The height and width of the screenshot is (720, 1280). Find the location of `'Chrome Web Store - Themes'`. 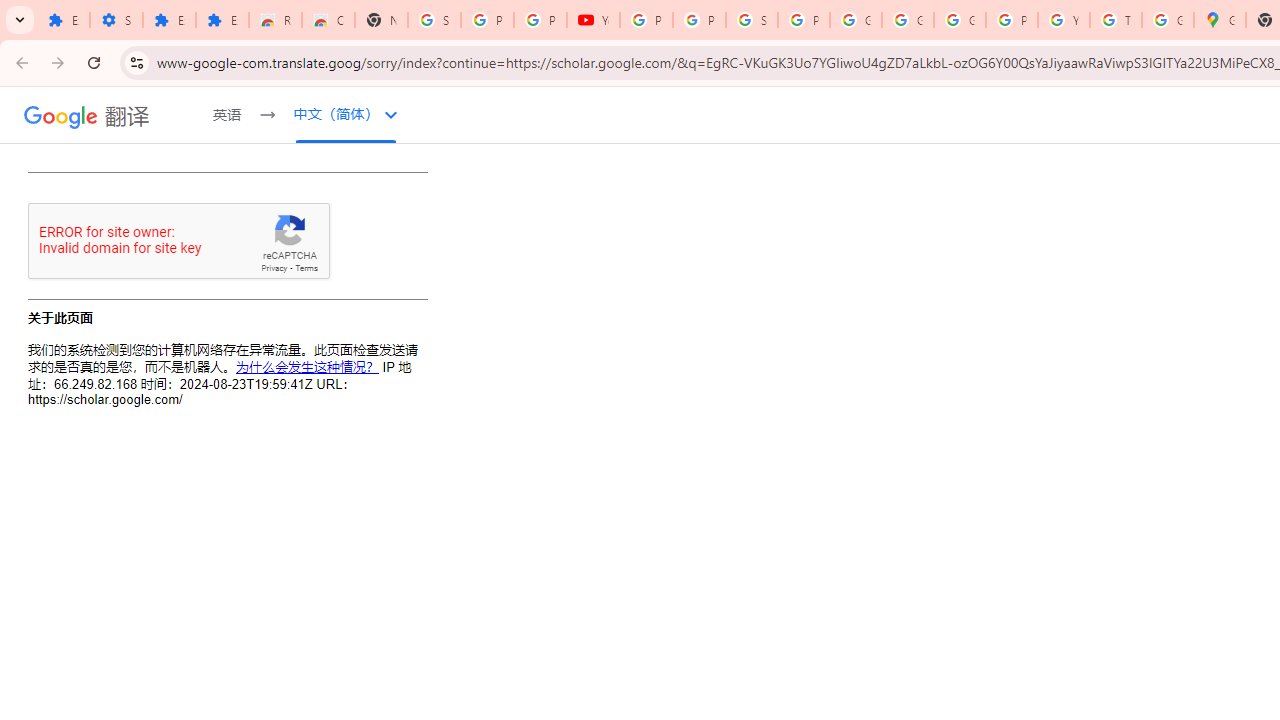

'Chrome Web Store - Themes' is located at coordinates (328, 20).